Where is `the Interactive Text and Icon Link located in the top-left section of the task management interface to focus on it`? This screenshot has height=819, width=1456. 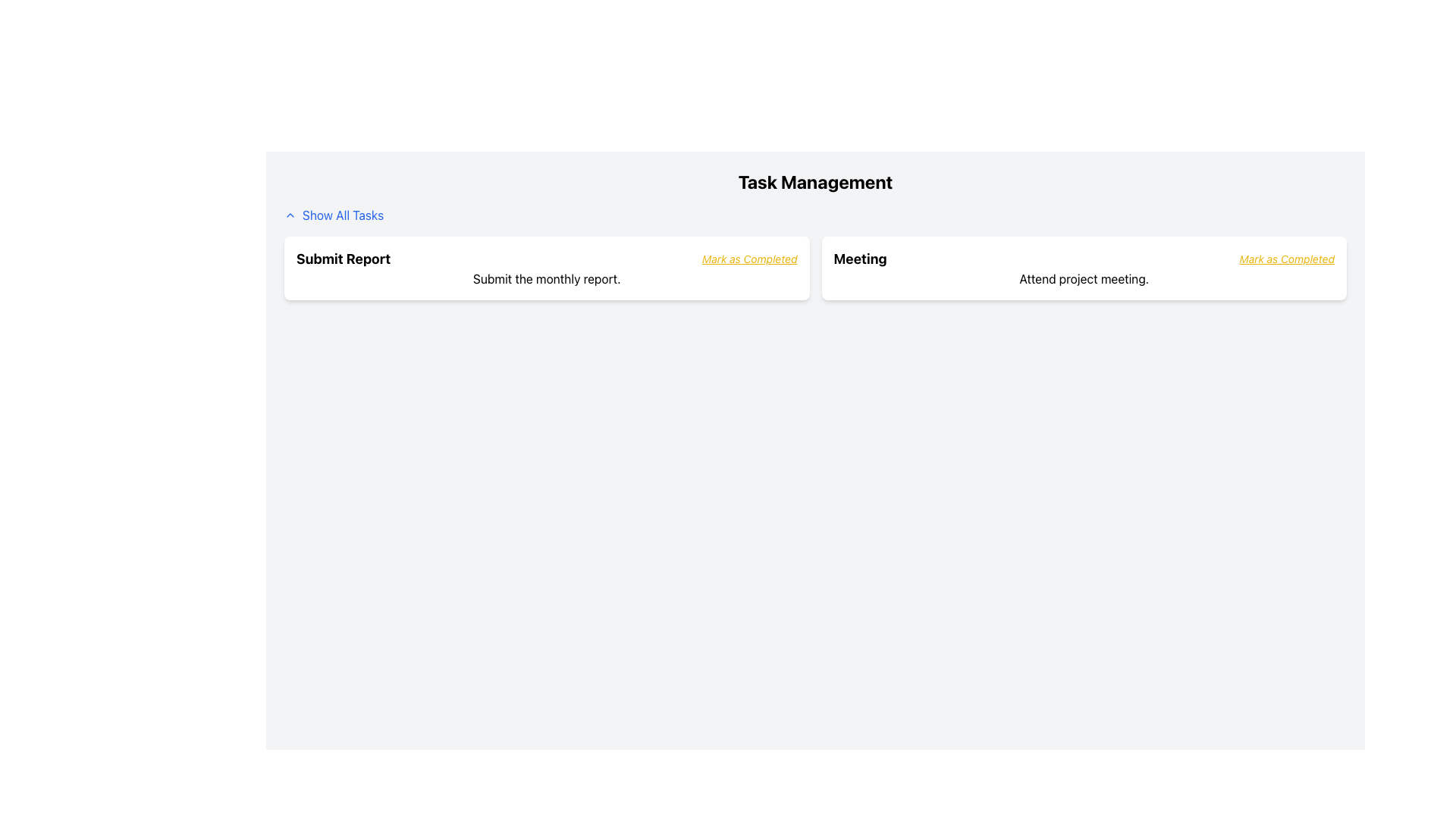 the Interactive Text and Icon Link located in the top-left section of the task management interface to focus on it is located at coordinates (333, 215).